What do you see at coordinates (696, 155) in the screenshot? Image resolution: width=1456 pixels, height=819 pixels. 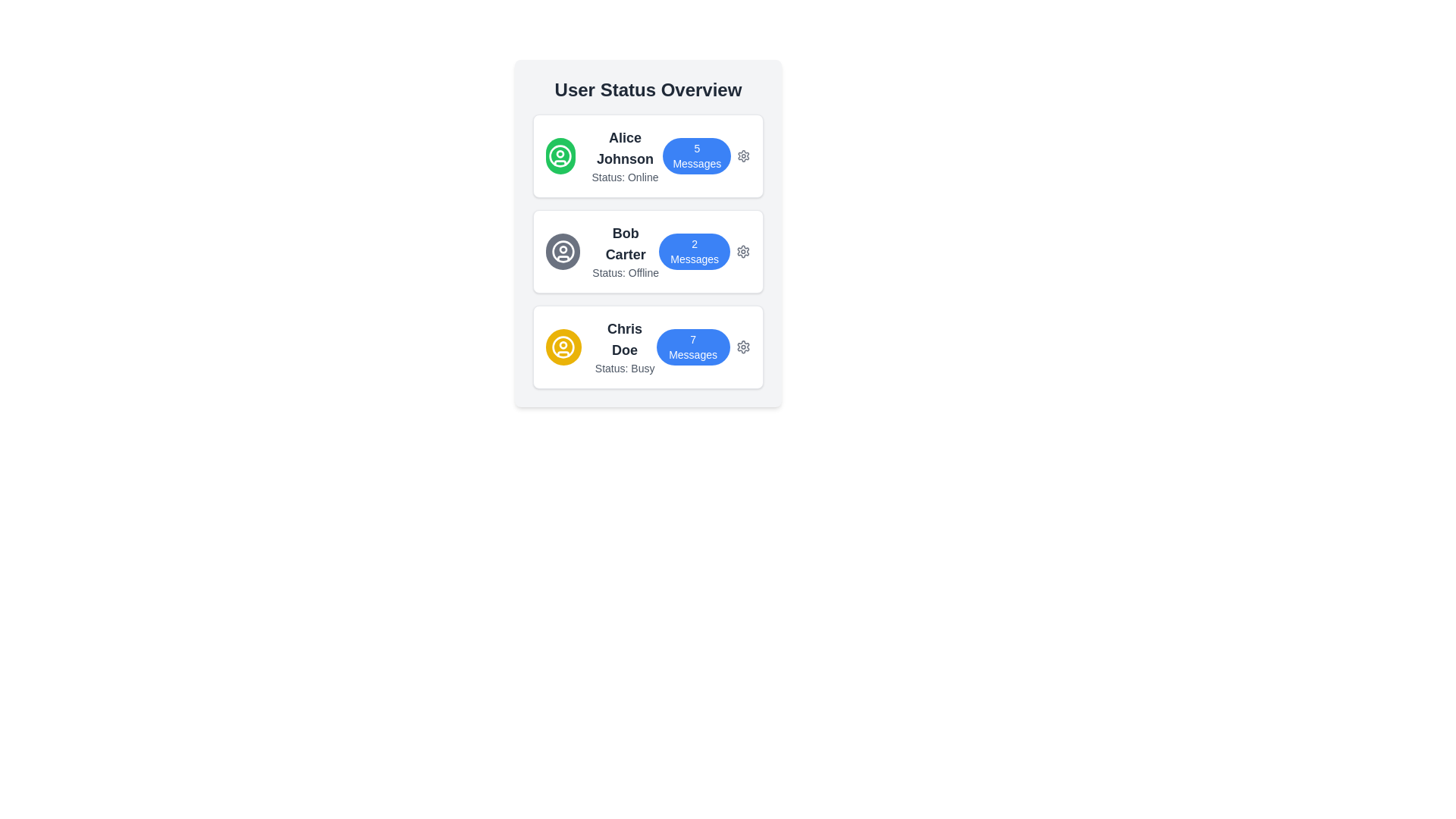 I see `the Notification badge labeled '5 Messages' which is a rounded button with a blue background located at the top-right of the card labeled 'Alice Johnson'` at bounding box center [696, 155].